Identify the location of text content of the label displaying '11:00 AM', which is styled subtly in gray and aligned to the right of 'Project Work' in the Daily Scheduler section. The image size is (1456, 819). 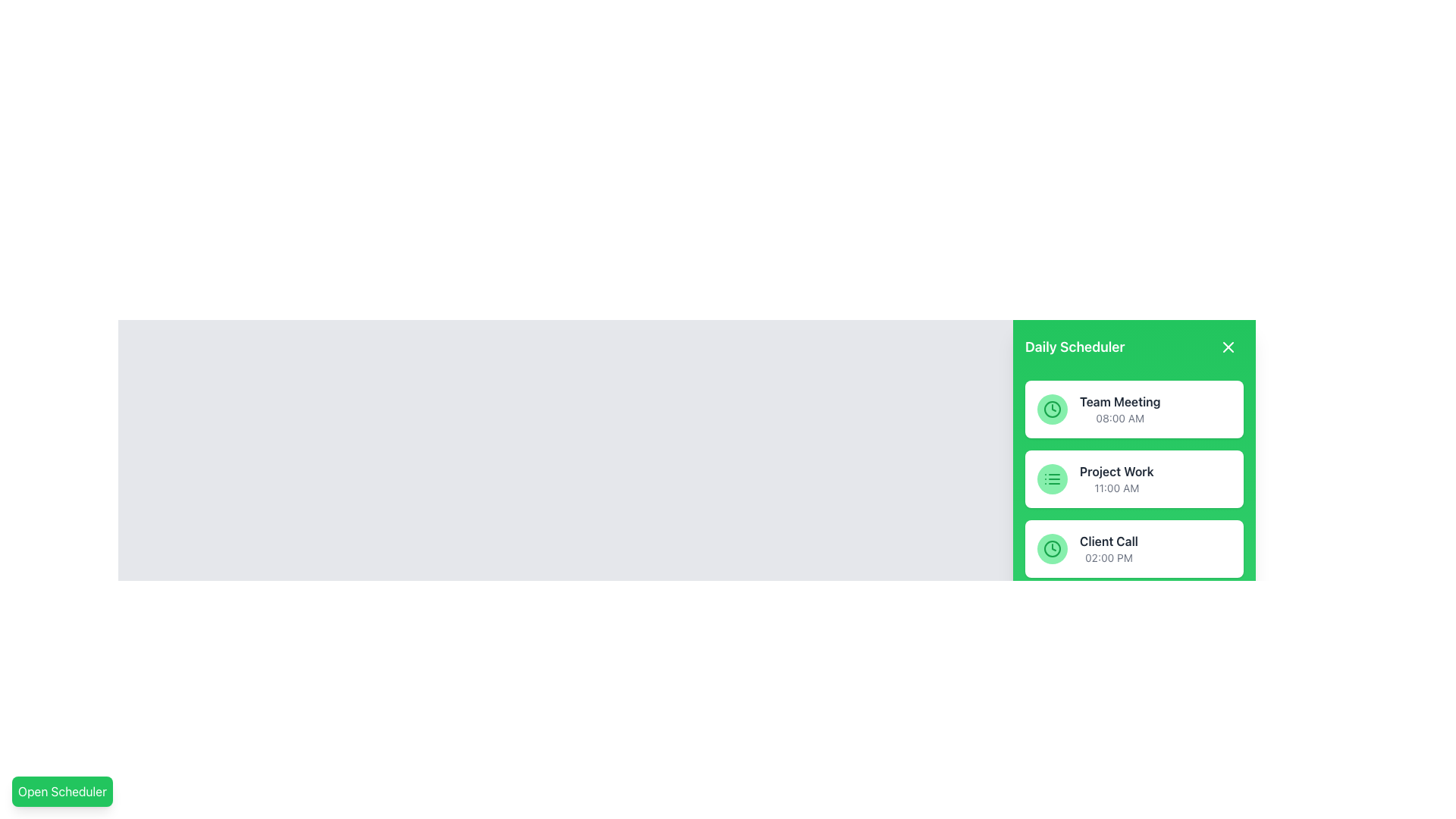
(1116, 488).